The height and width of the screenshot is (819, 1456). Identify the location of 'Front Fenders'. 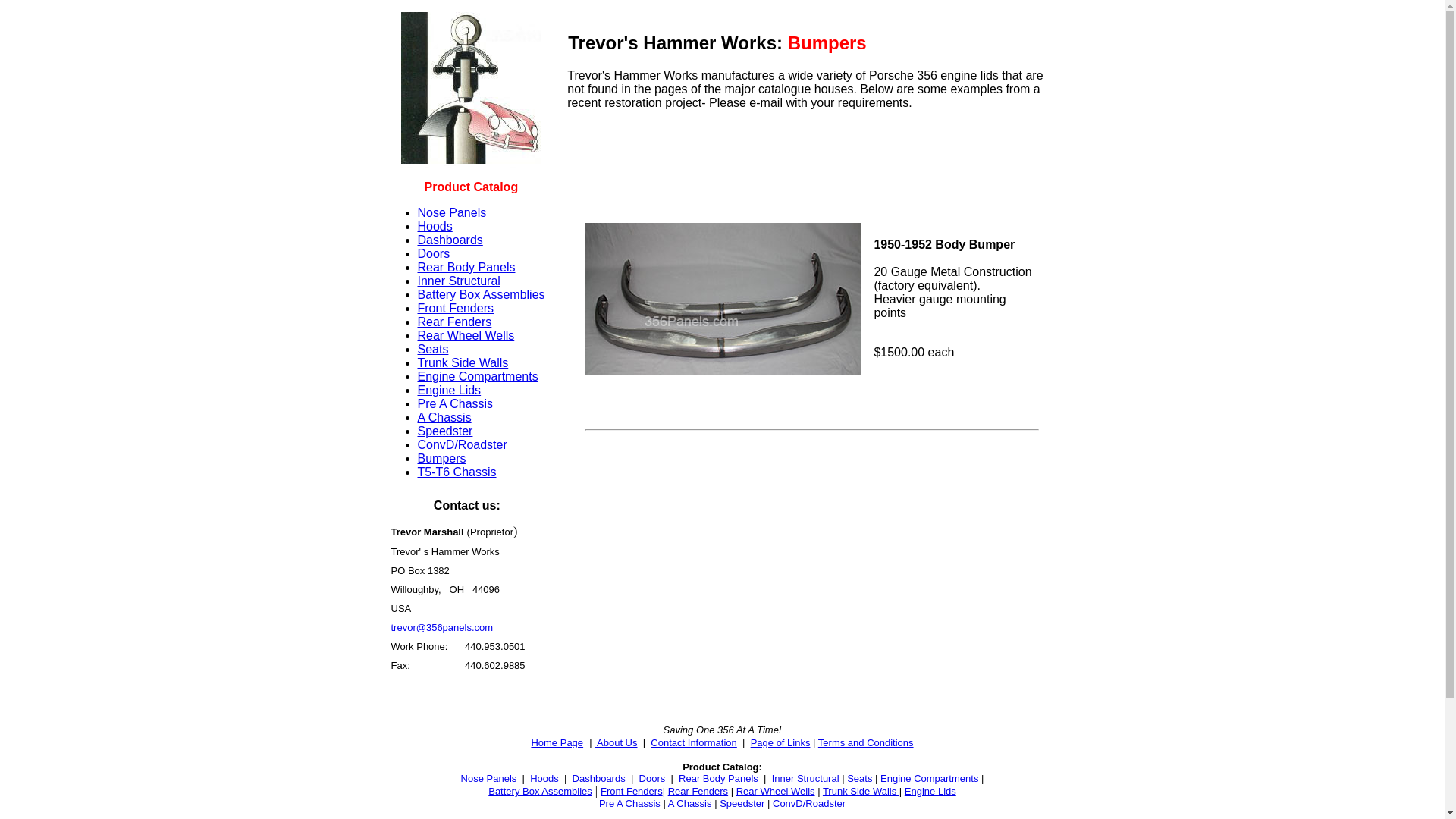
(632, 790).